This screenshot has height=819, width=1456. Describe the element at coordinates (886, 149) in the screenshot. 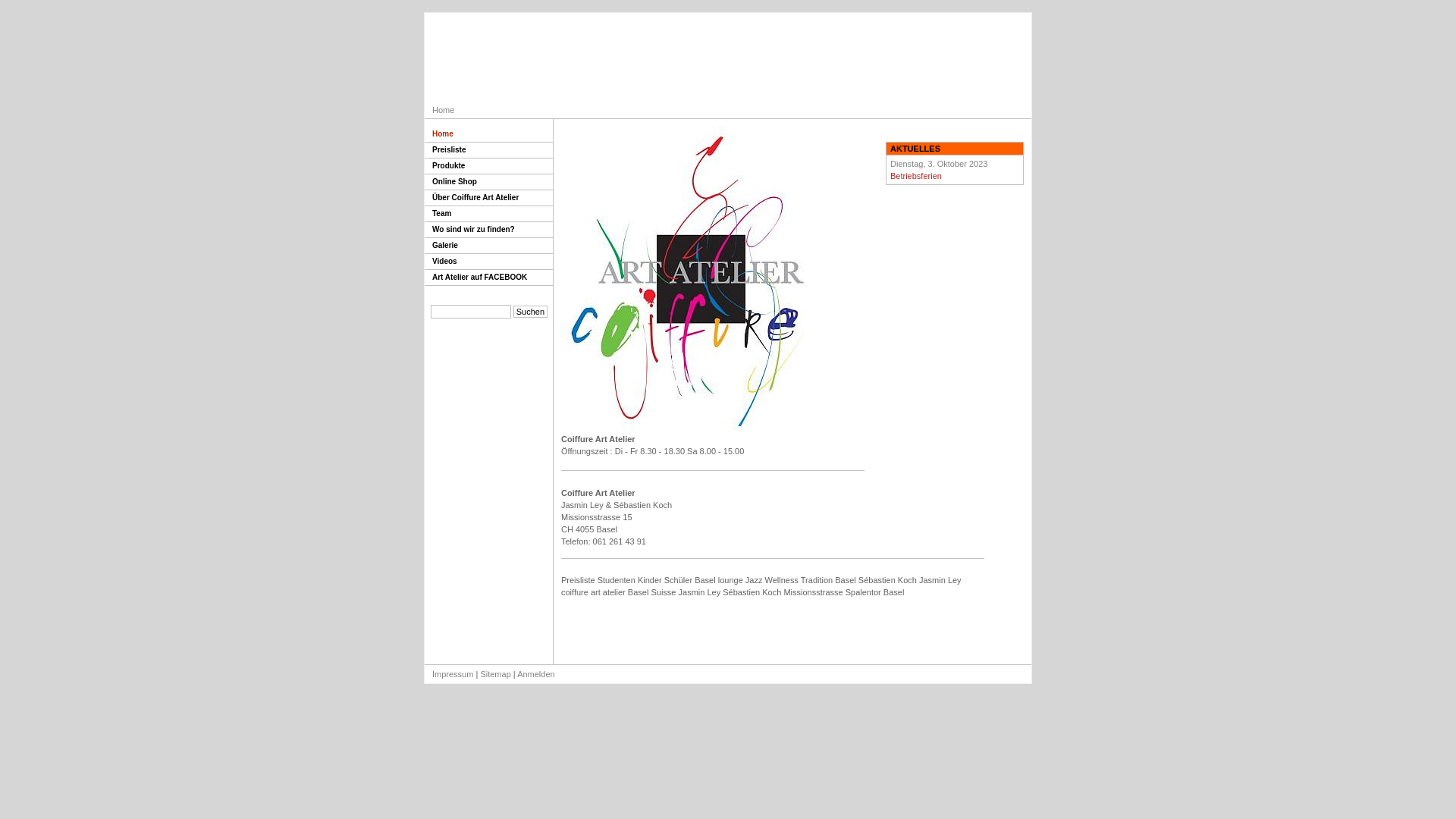

I see `'AKTUELLES'` at that location.